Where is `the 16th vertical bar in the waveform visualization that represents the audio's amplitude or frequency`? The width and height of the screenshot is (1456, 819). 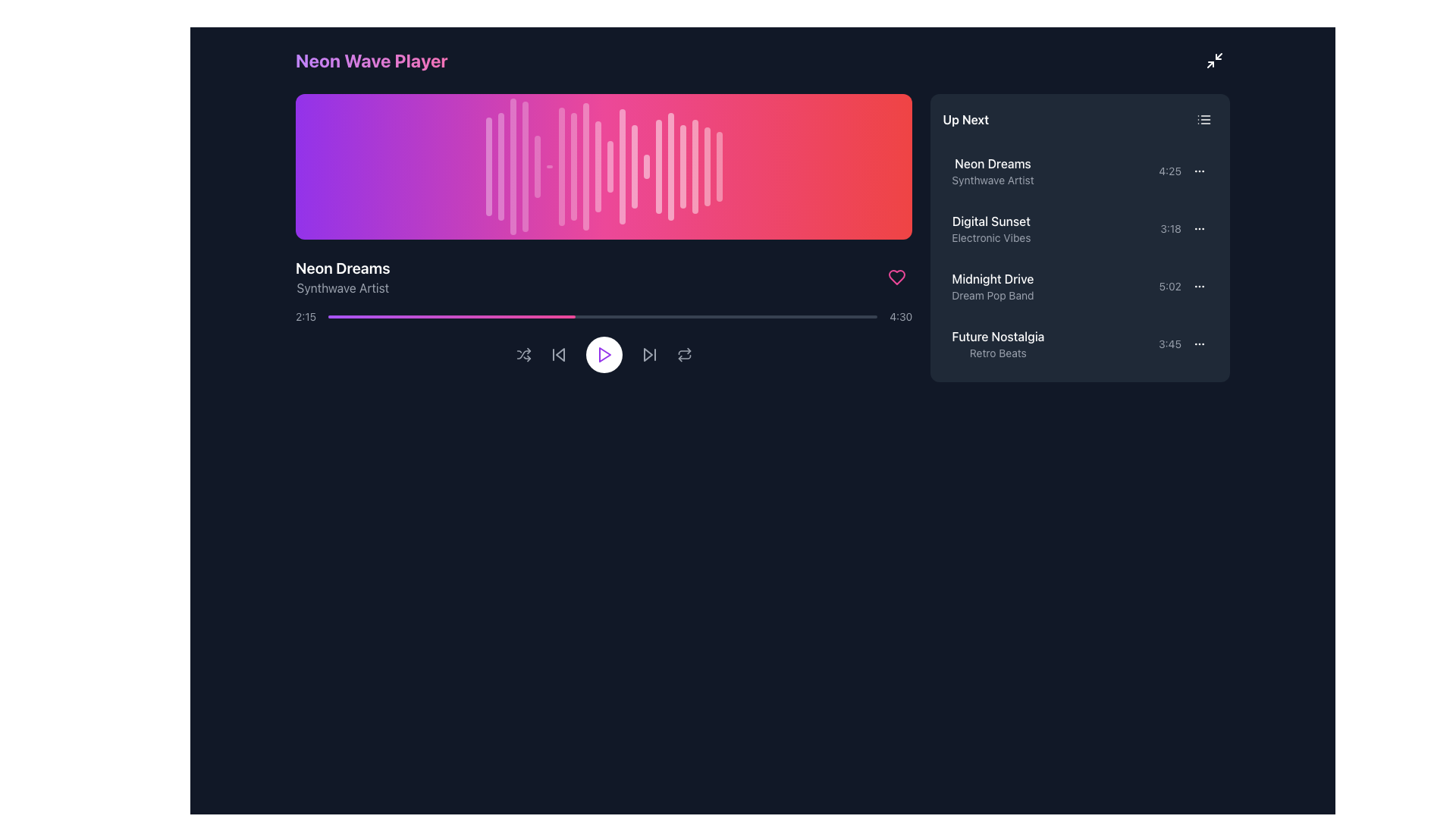 the 16th vertical bar in the waveform visualization that represents the audio's amplitude or frequency is located at coordinates (670, 166).